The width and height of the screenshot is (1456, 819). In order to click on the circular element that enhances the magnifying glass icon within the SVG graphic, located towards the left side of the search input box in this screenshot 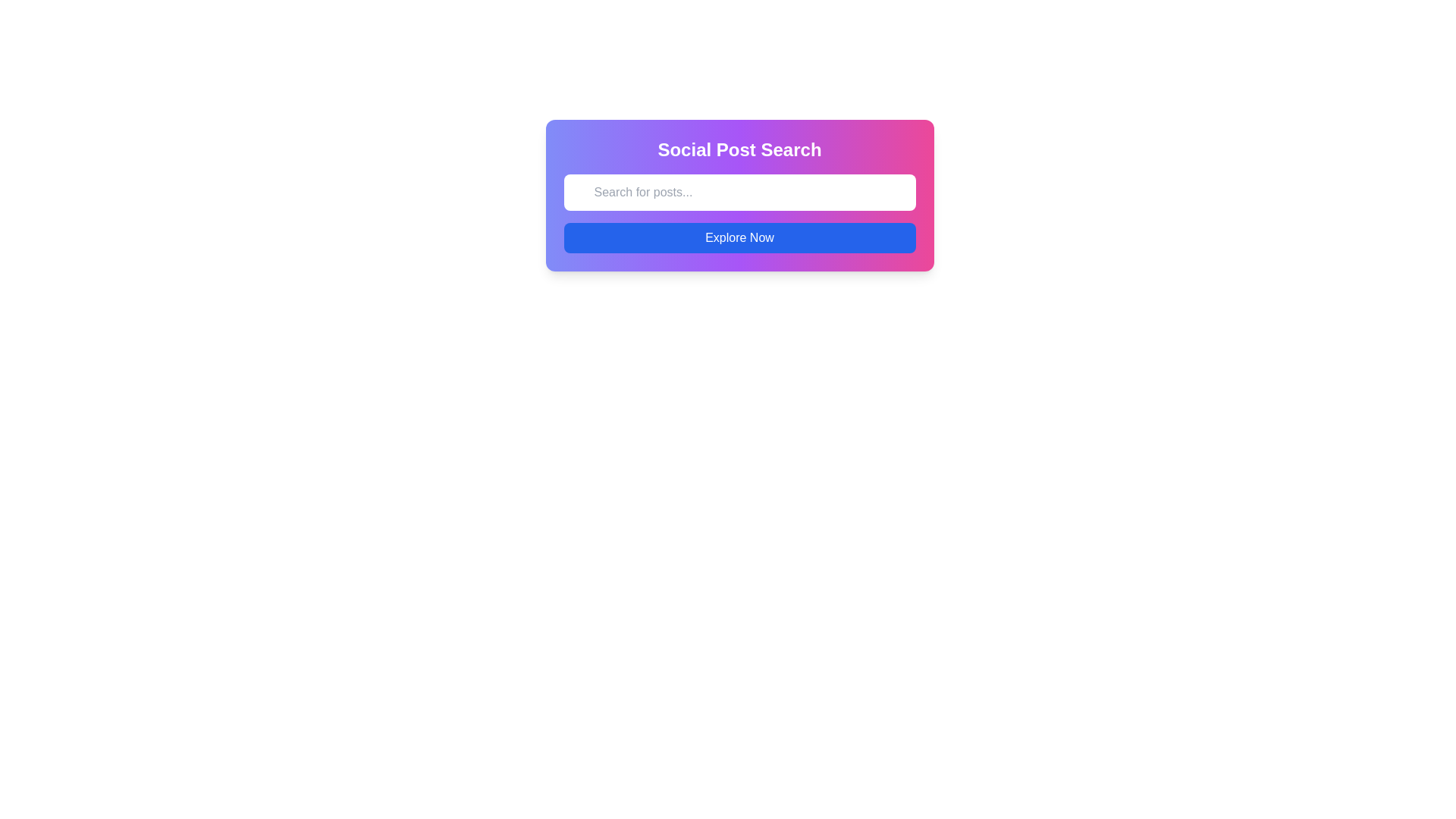, I will do `click(579, 180)`.